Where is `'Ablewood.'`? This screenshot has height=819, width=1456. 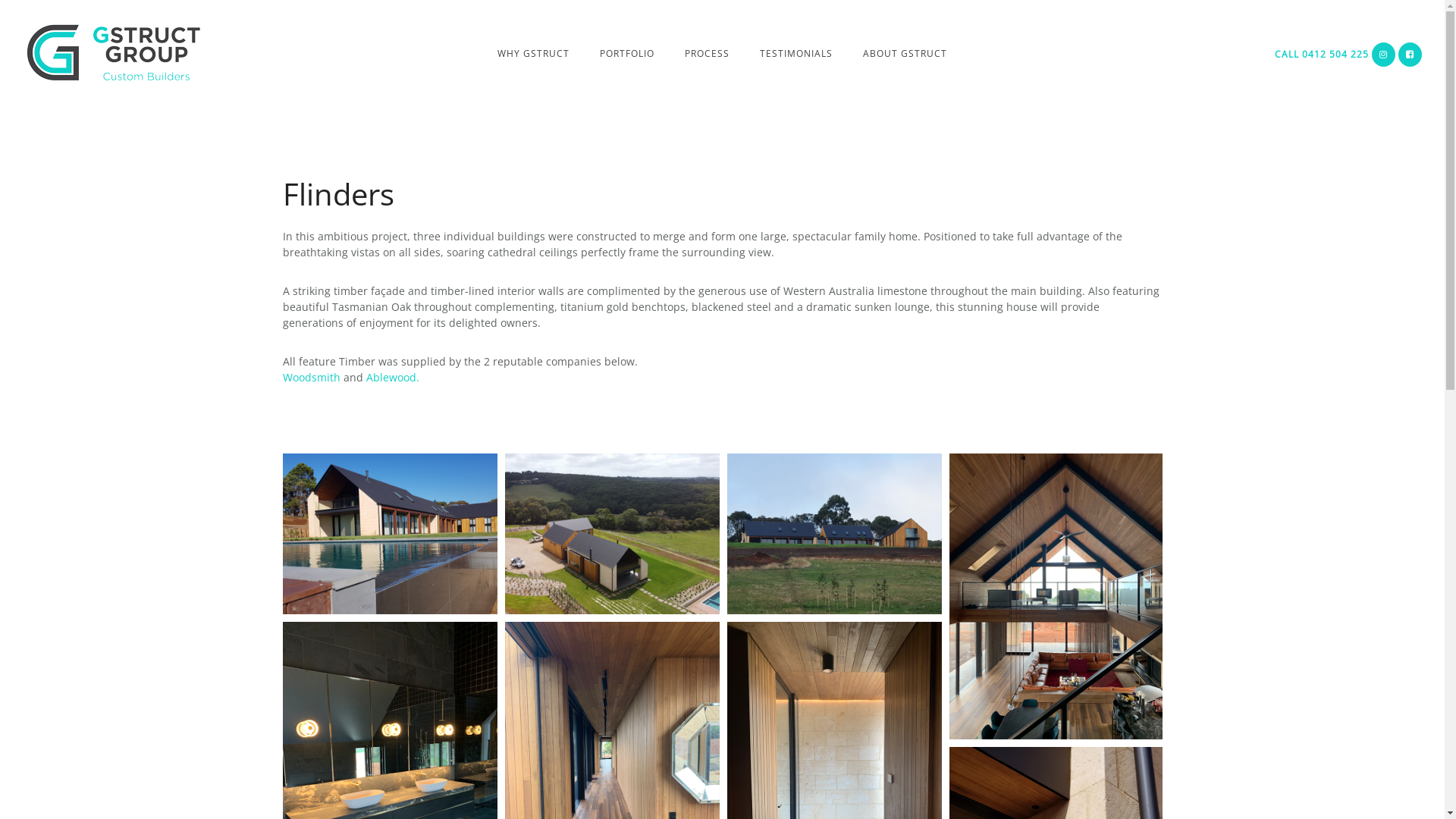 'Ablewood.' is located at coordinates (392, 376).